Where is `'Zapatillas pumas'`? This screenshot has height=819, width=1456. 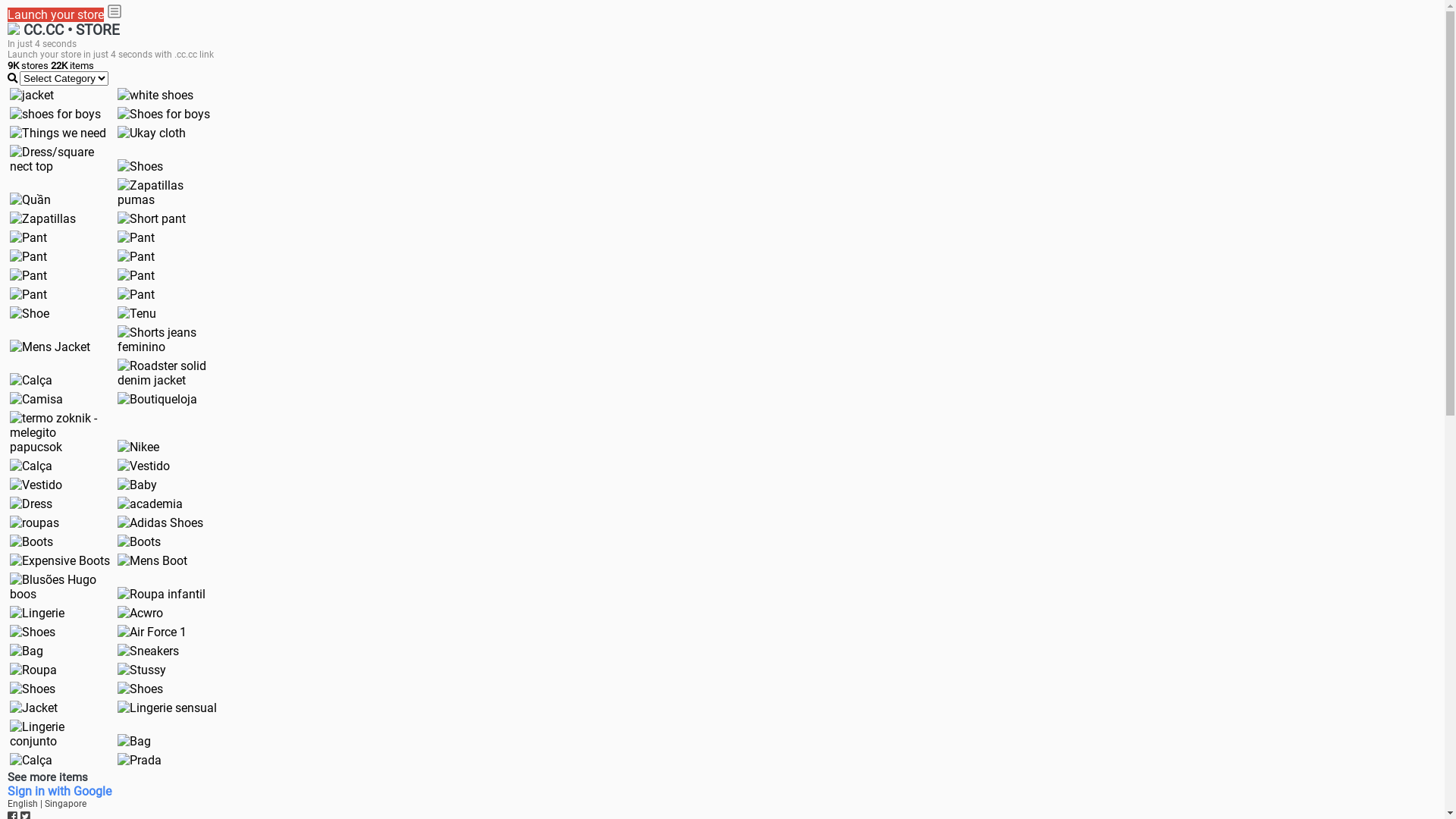 'Zapatillas pumas' is located at coordinates (116, 192).